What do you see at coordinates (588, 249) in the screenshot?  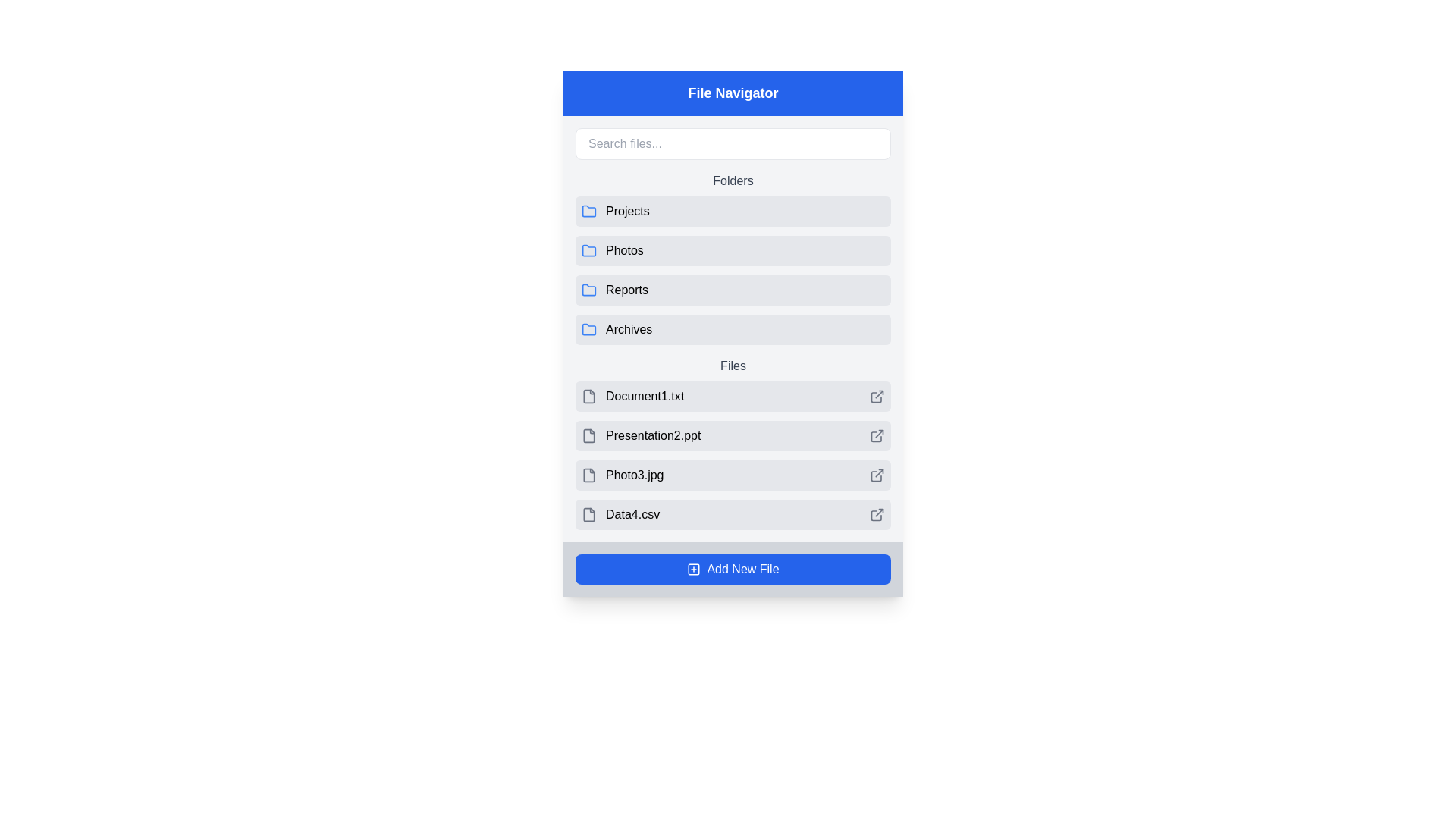 I see `the folder icon representing 'Photos', which is the second folder icon in the 'Folders' section of the interface` at bounding box center [588, 249].